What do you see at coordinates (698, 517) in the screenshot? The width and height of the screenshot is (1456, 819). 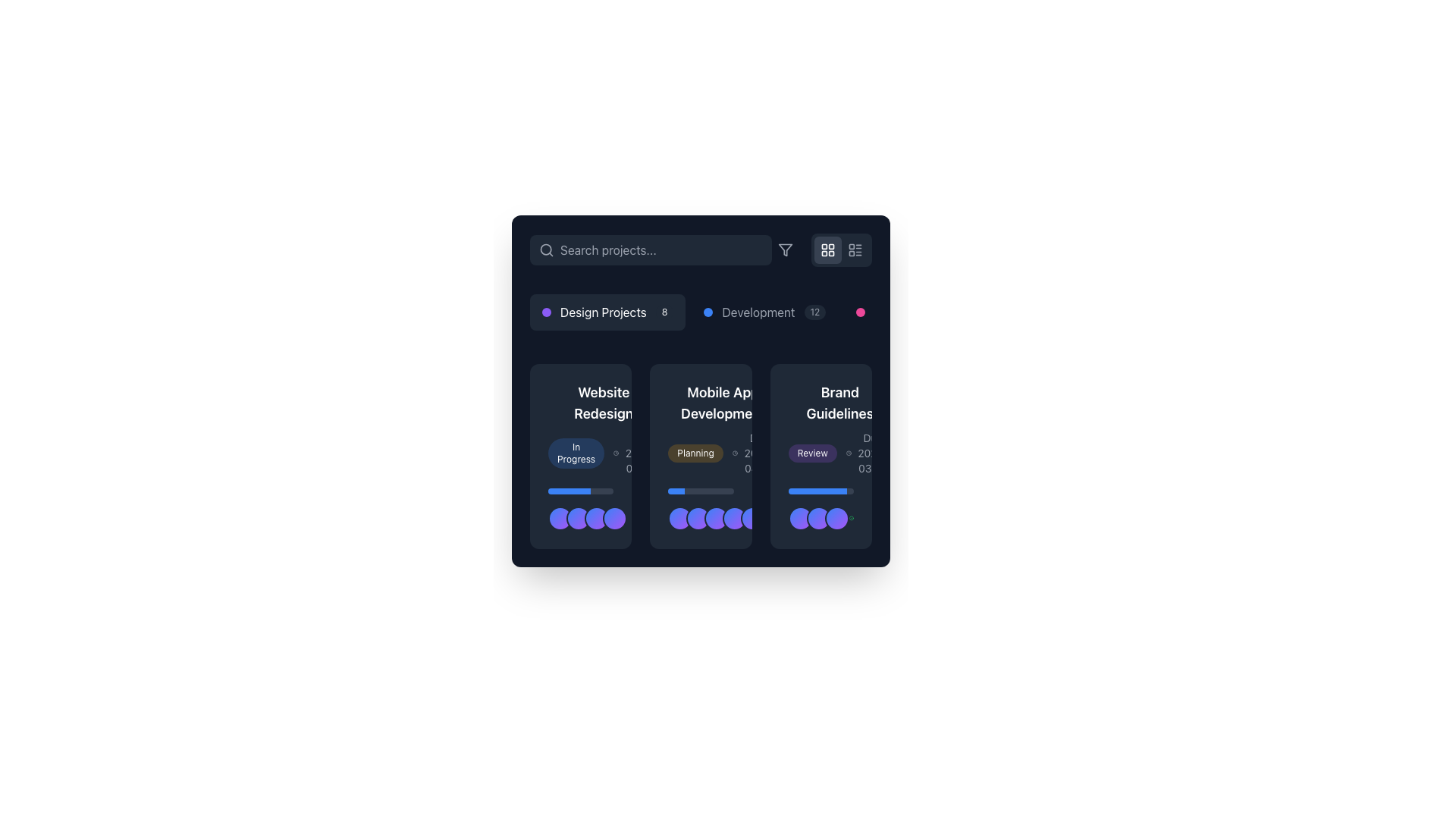 I see `the second circular badge in the 'Mobile App Development' card, which serves as a visual indicator among six adjacent badges` at bounding box center [698, 517].